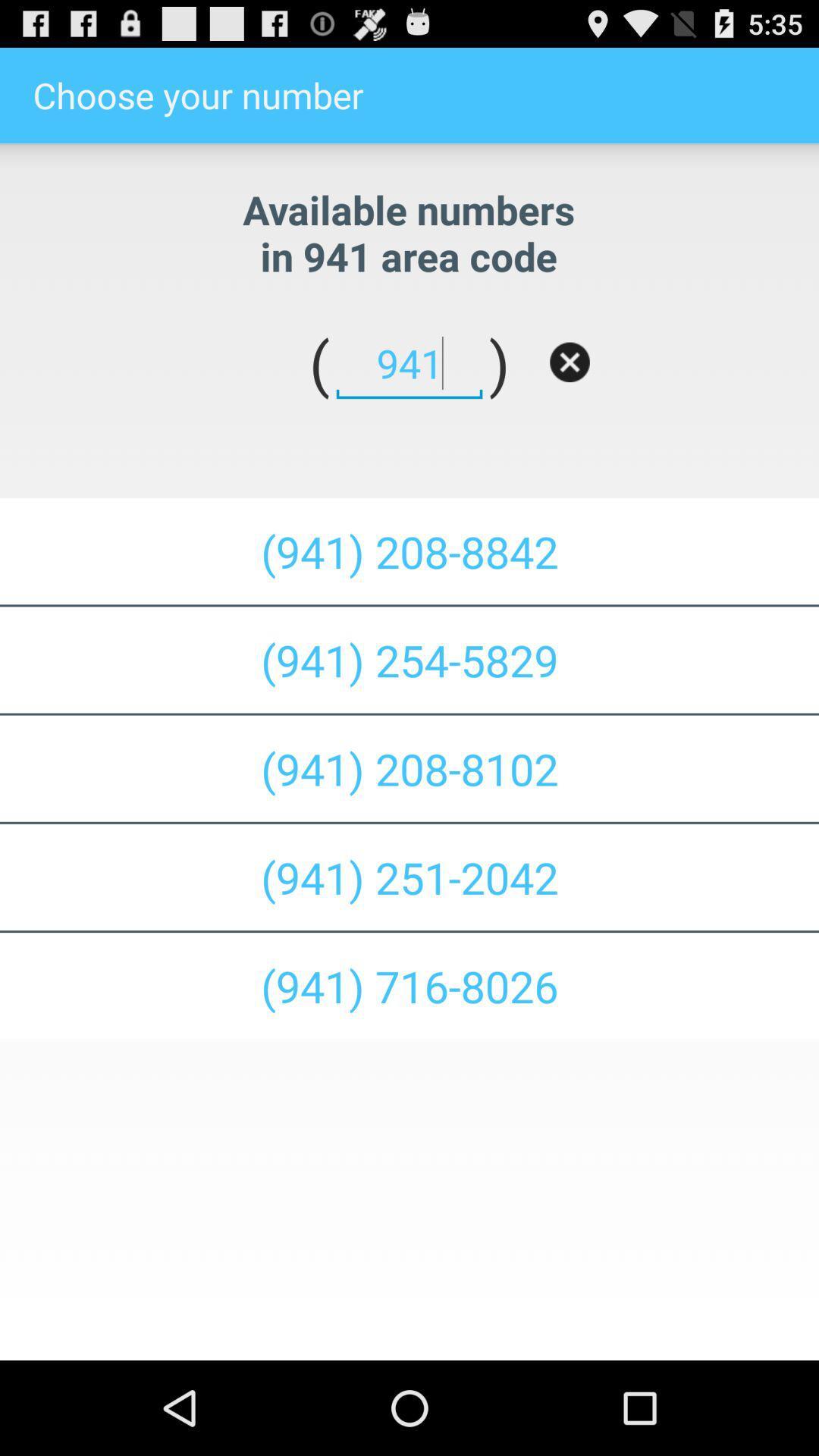 Image resolution: width=819 pixels, height=1456 pixels. Describe the element at coordinates (570, 388) in the screenshot. I see `the close icon` at that location.